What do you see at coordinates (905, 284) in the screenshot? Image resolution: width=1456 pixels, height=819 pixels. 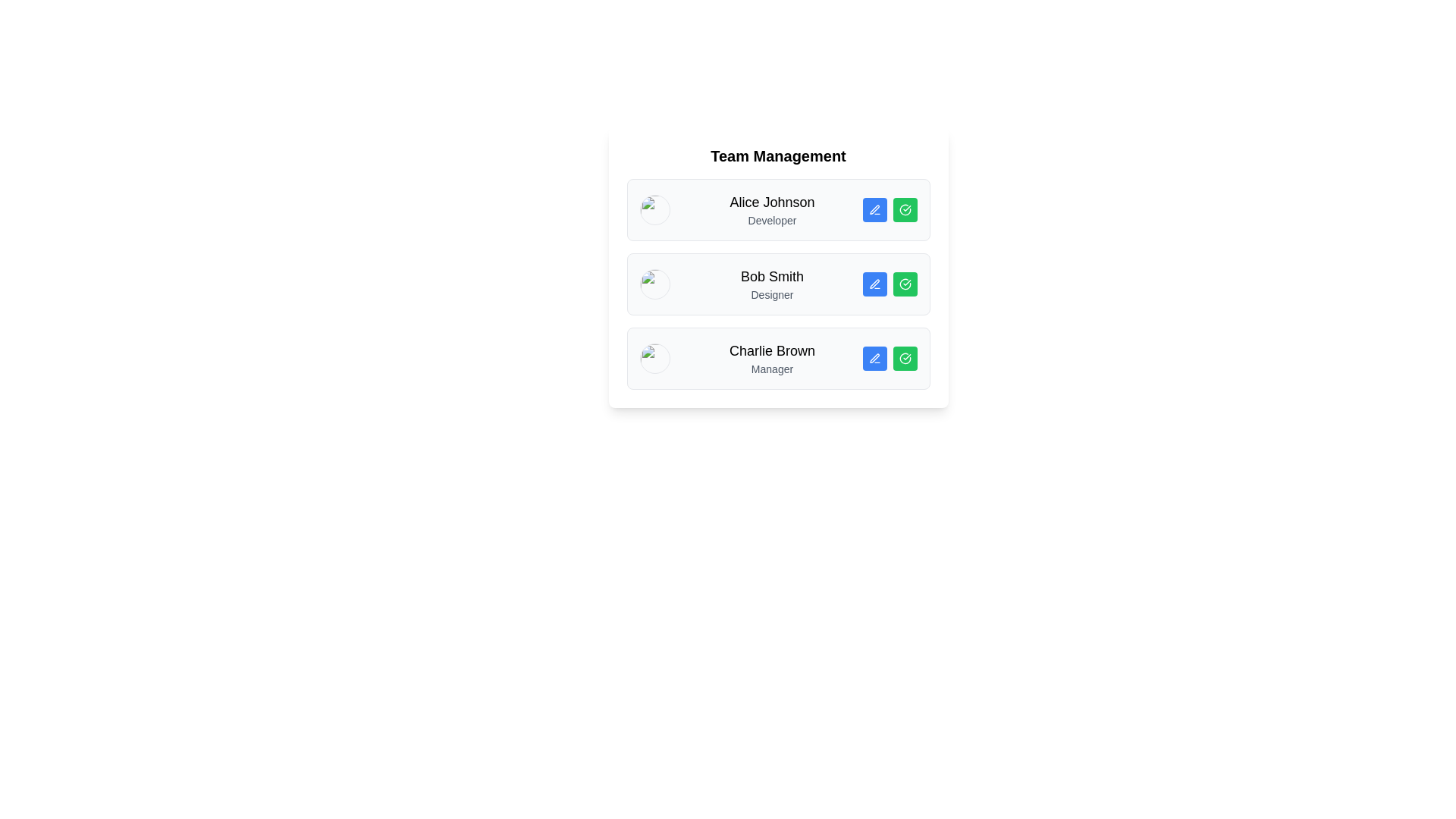 I see `the confirmation icon on the green button associated with 'Bob Smith Designer', located in the second row of the vertical list` at bounding box center [905, 284].